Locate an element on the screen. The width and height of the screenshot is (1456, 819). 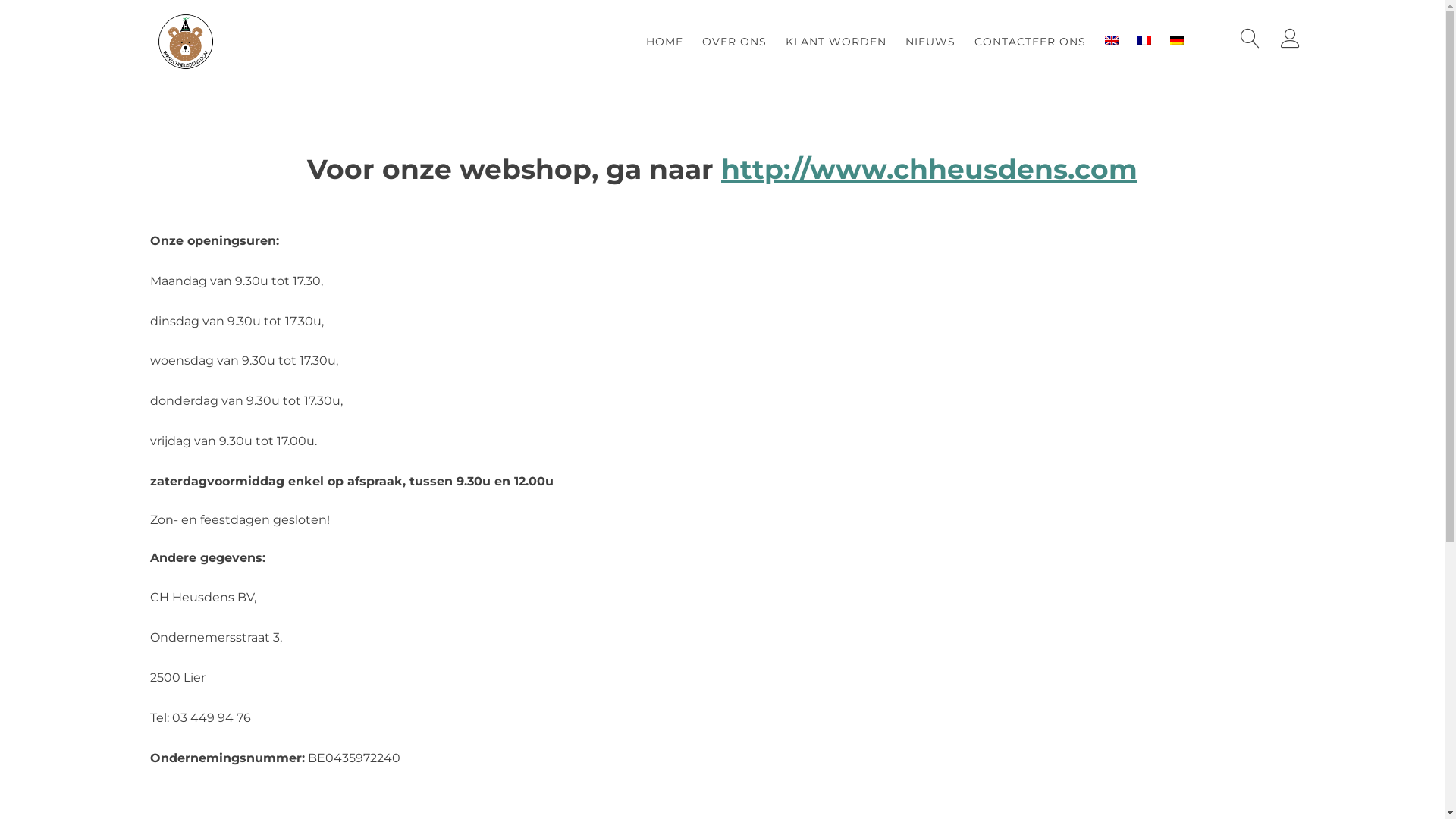
'OVER ONS' is located at coordinates (734, 40).